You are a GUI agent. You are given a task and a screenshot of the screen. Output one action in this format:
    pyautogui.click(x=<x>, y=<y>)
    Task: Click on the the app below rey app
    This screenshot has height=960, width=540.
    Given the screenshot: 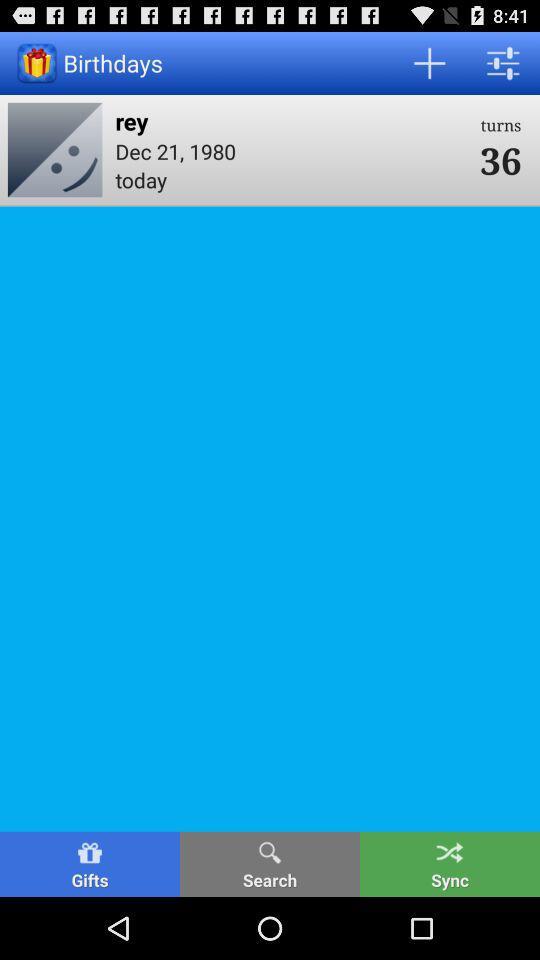 What is the action you would take?
    pyautogui.click(x=290, y=150)
    